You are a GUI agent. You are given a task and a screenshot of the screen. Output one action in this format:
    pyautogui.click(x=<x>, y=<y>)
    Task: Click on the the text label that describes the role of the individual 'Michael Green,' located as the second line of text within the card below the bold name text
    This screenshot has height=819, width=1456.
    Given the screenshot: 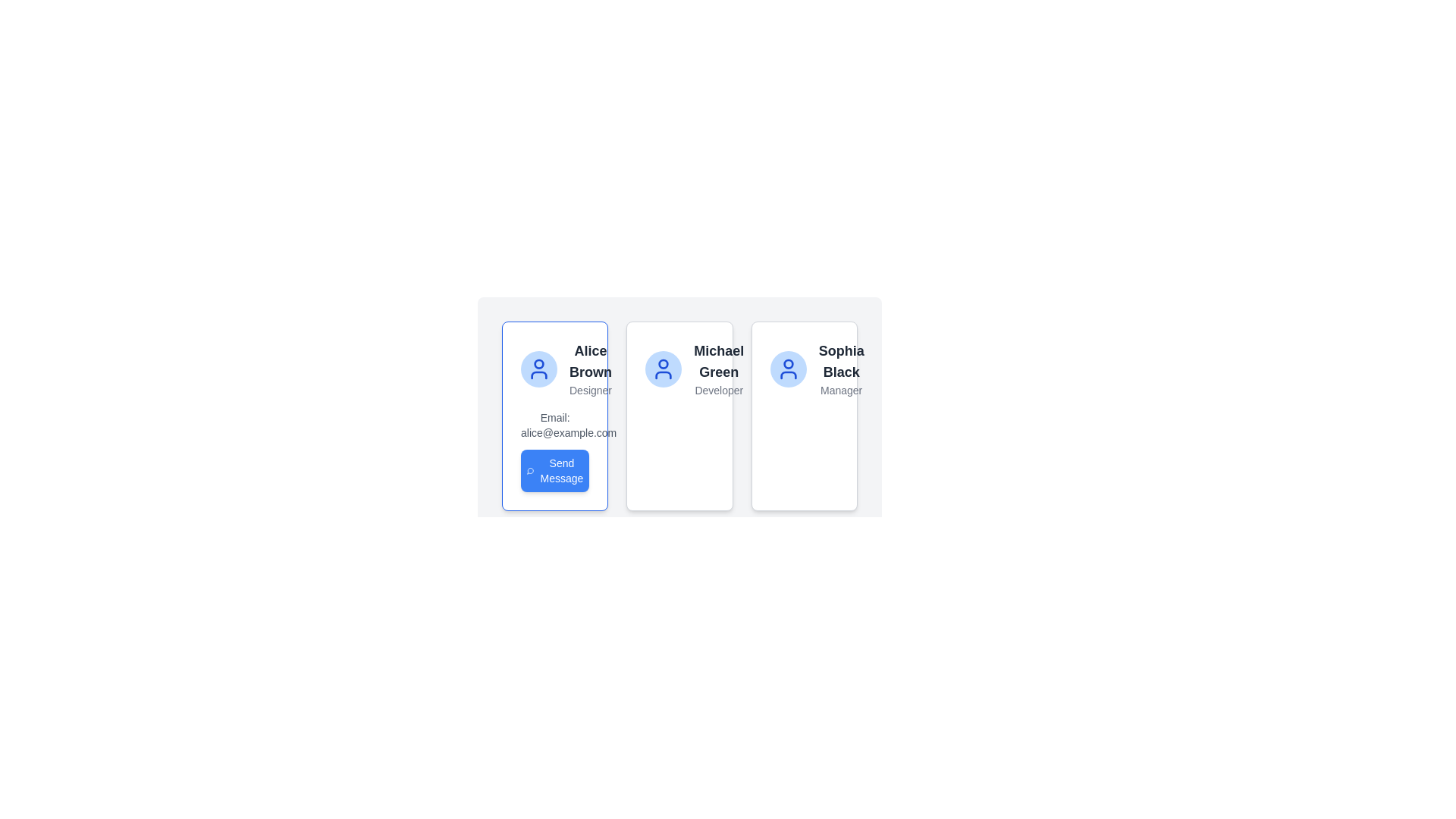 What is the action you would take?
    pyautogui.click(x=718, y=390)
    